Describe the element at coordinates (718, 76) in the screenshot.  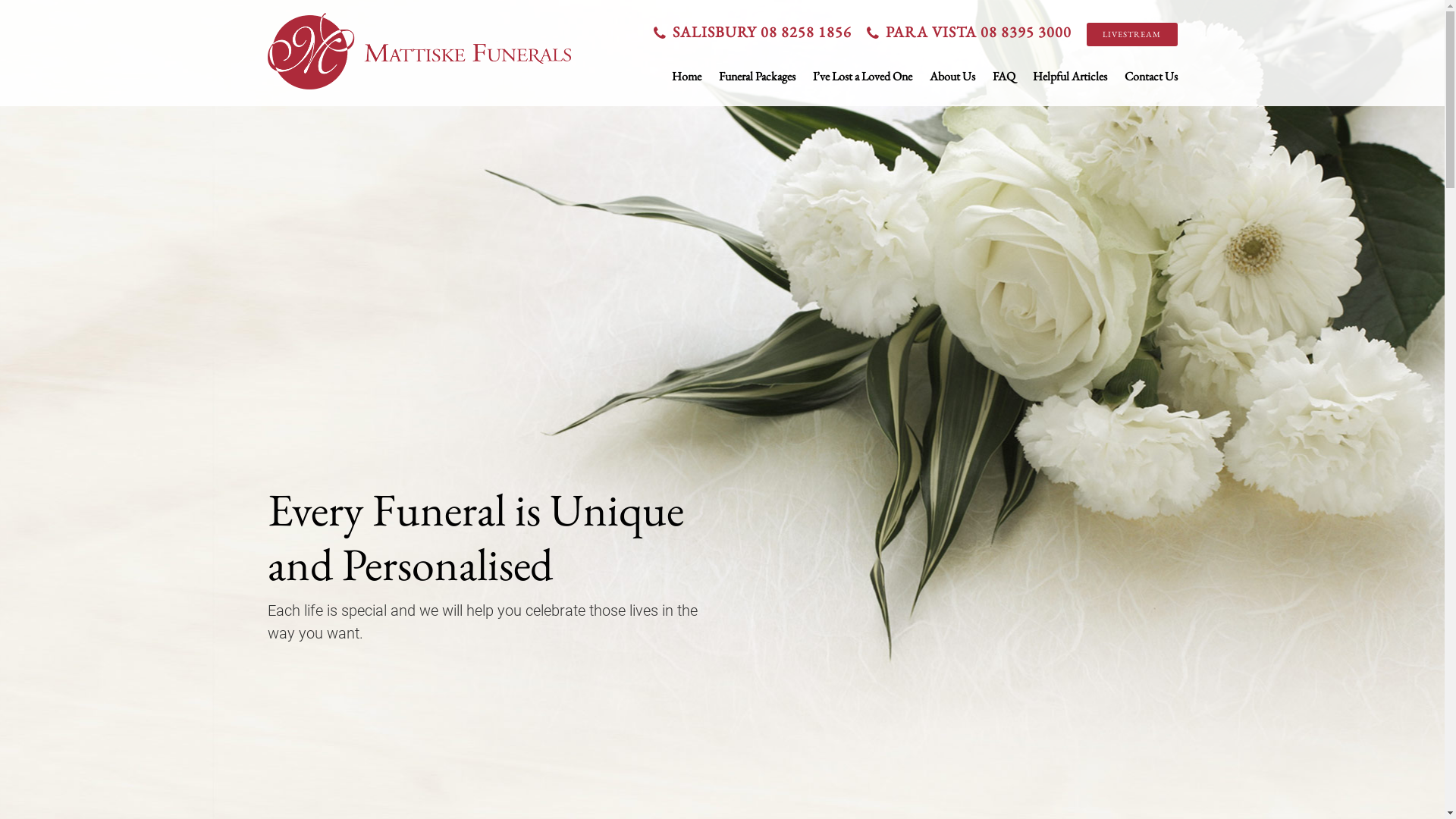
I see `'Funeral Packages'` at that location.